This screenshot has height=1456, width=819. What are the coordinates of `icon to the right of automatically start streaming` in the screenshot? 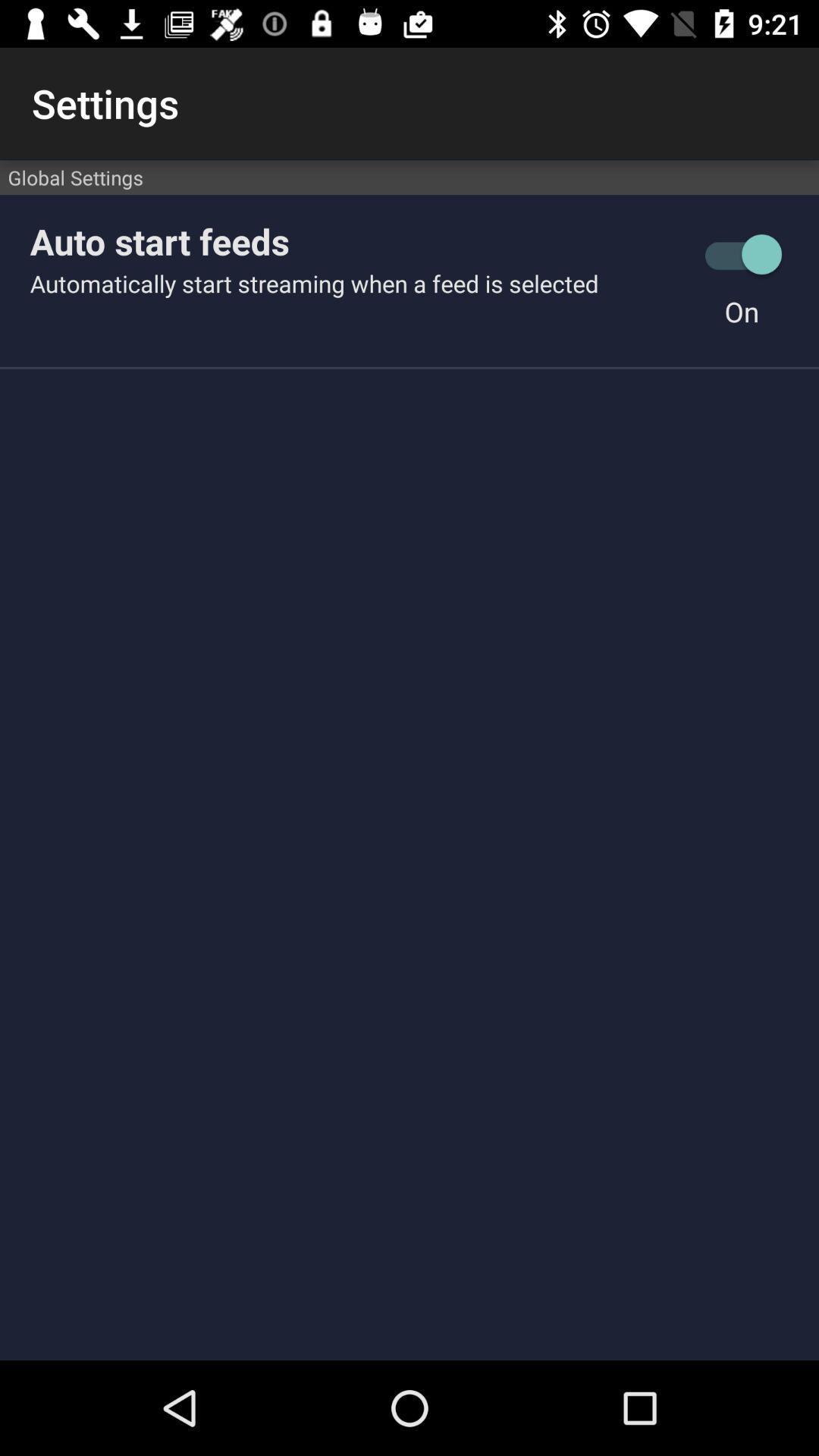 It's located at (741, 311).